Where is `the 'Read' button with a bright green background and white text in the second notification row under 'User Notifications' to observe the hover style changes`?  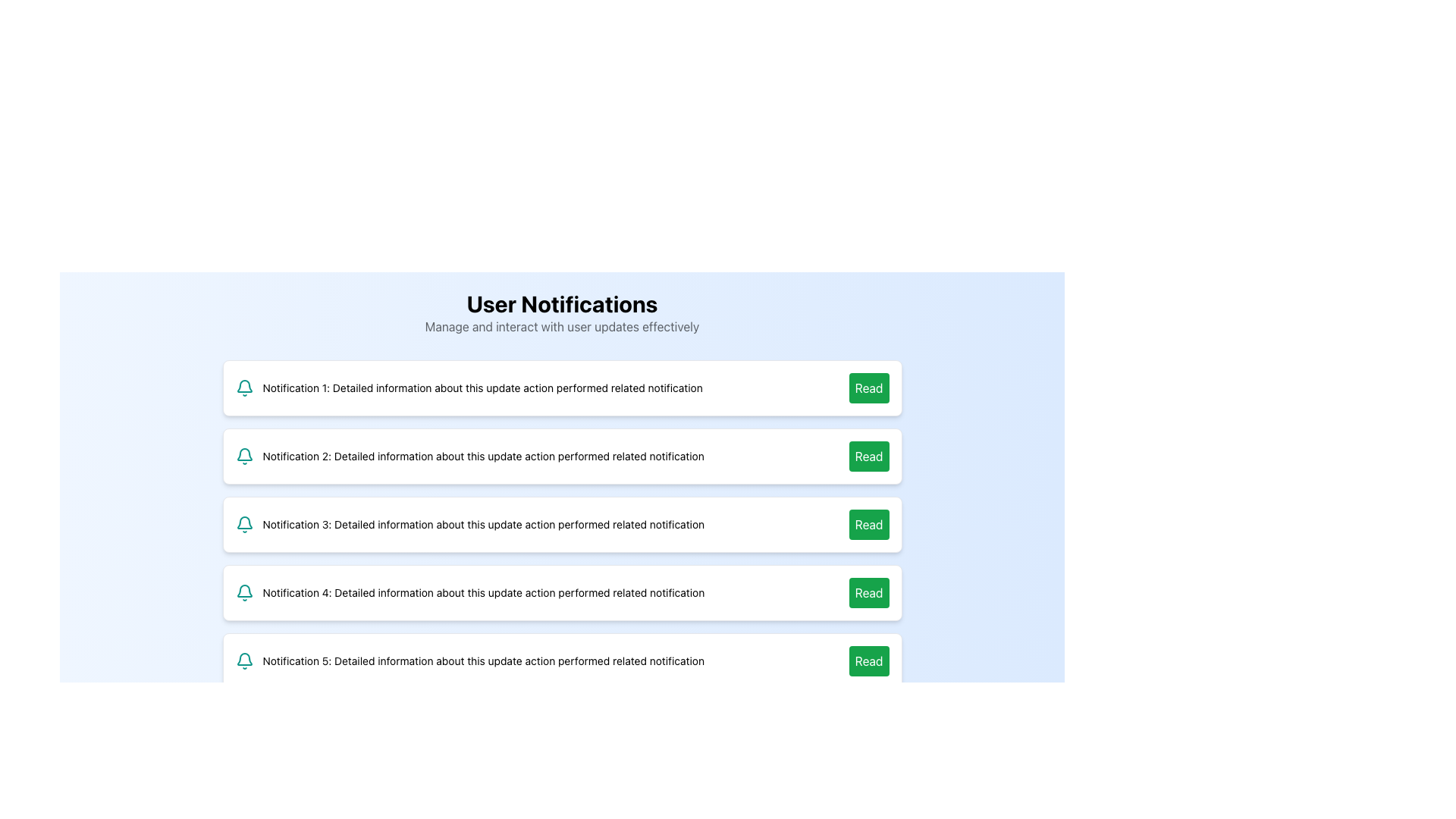 the 'Read' button with a bright green background and white text in the second notification row under 'User Notifications' to observe the hover style changes is located at coordinates (869, 455).